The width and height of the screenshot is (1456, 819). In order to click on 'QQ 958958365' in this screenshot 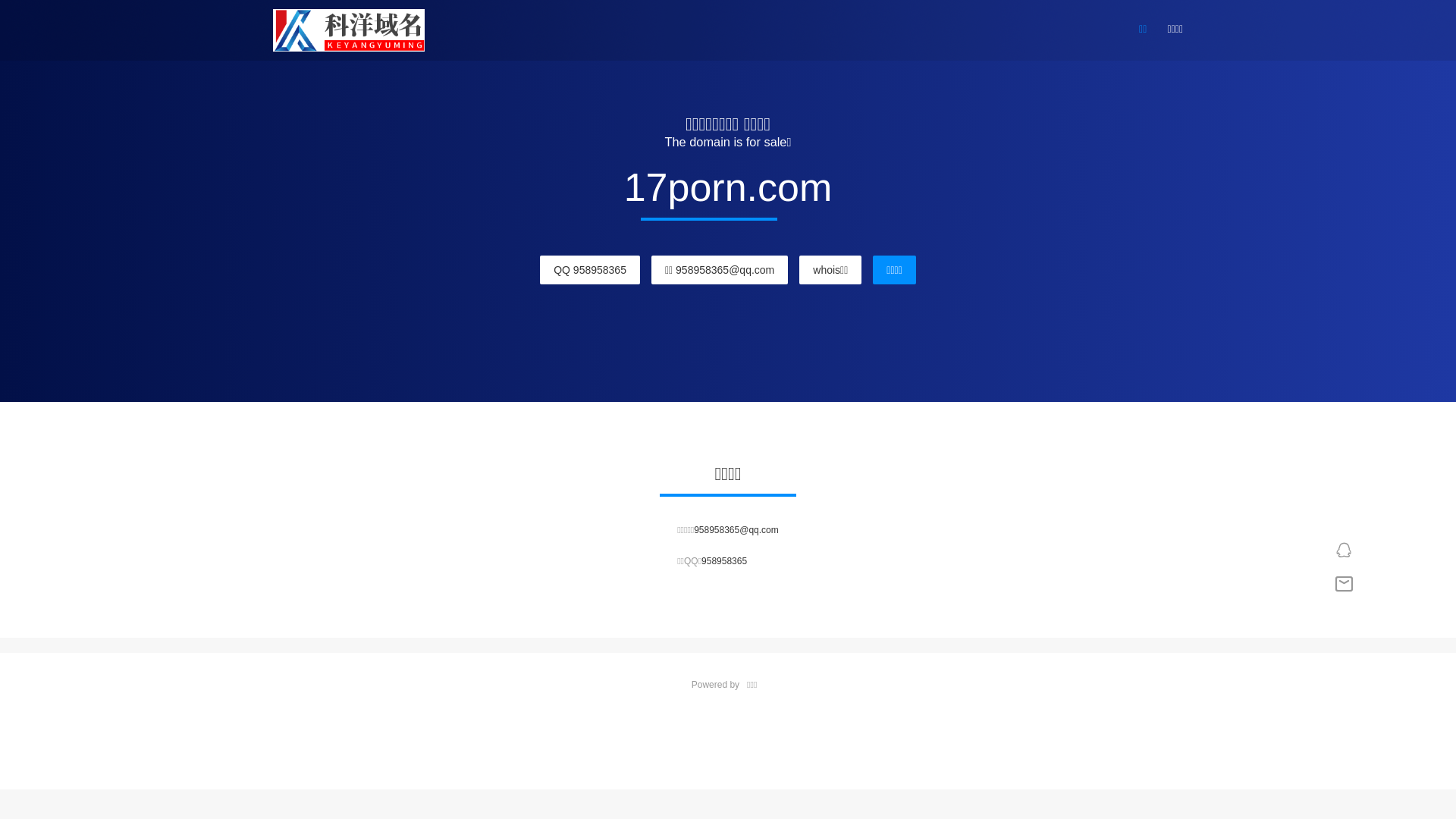, I will do `click(588, 268)`.